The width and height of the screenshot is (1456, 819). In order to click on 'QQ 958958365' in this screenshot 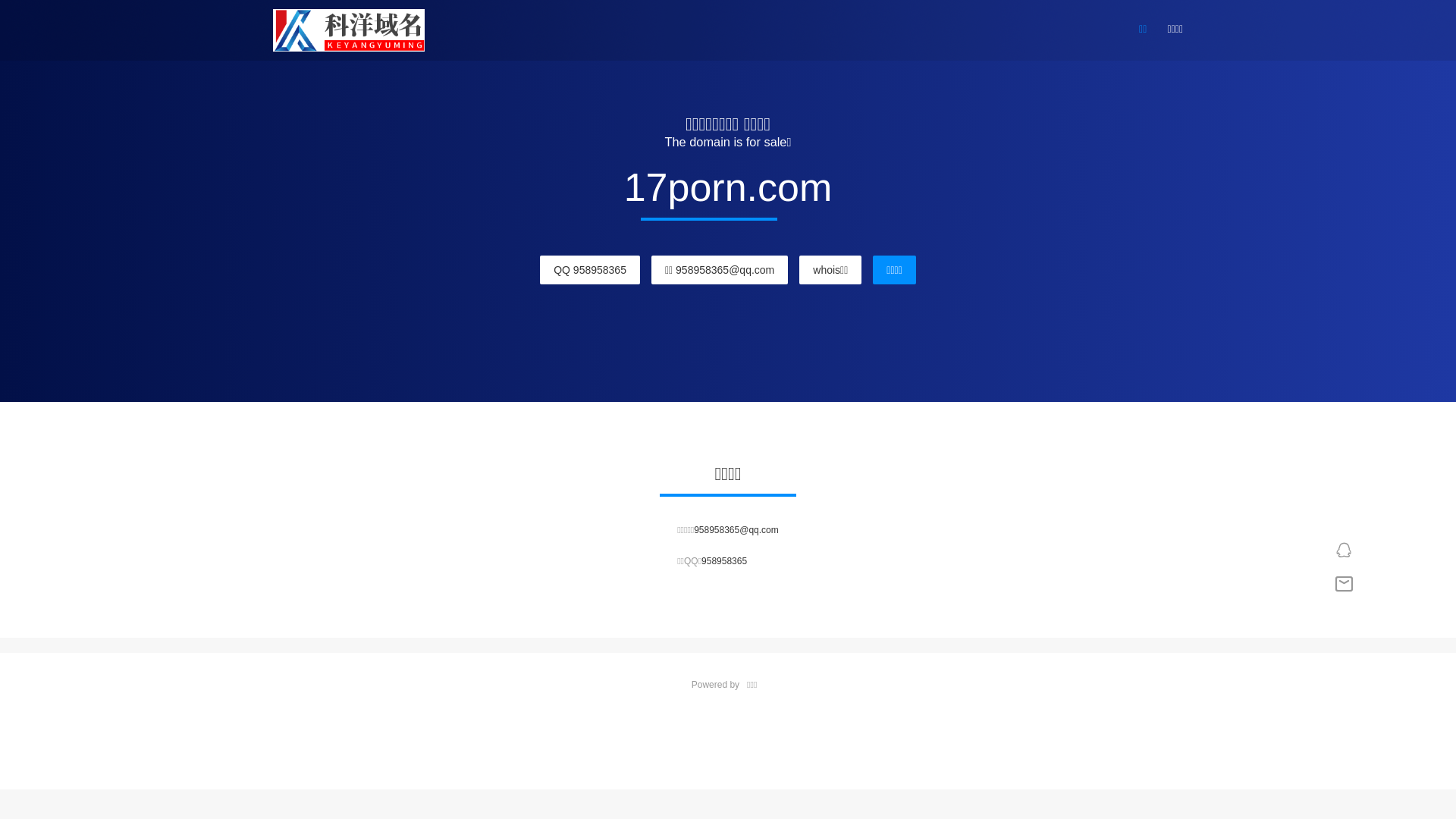, I will do `click(588, 268)`.